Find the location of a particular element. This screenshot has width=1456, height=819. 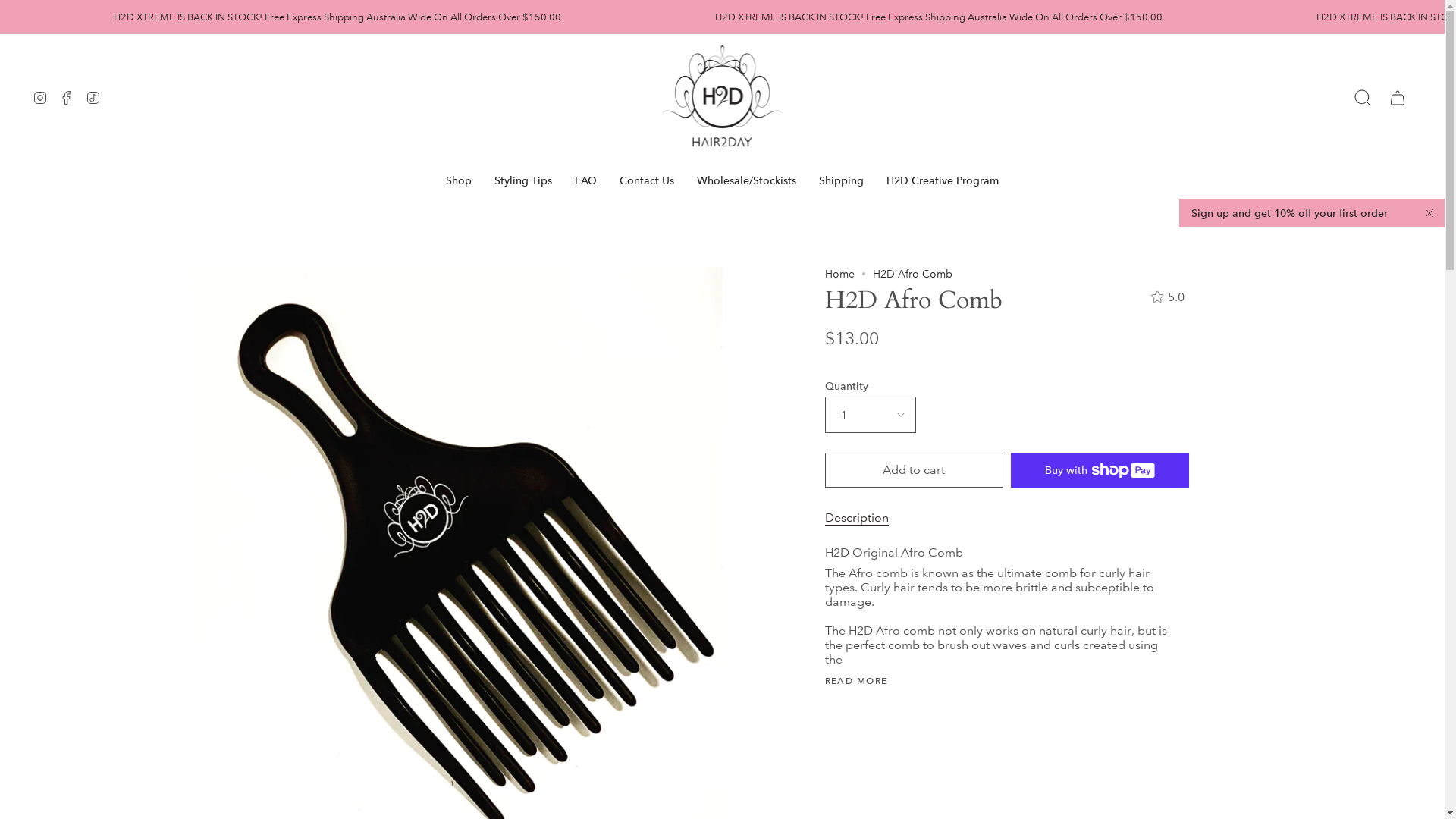

'FAQ' is located at coordinates (585, 180).